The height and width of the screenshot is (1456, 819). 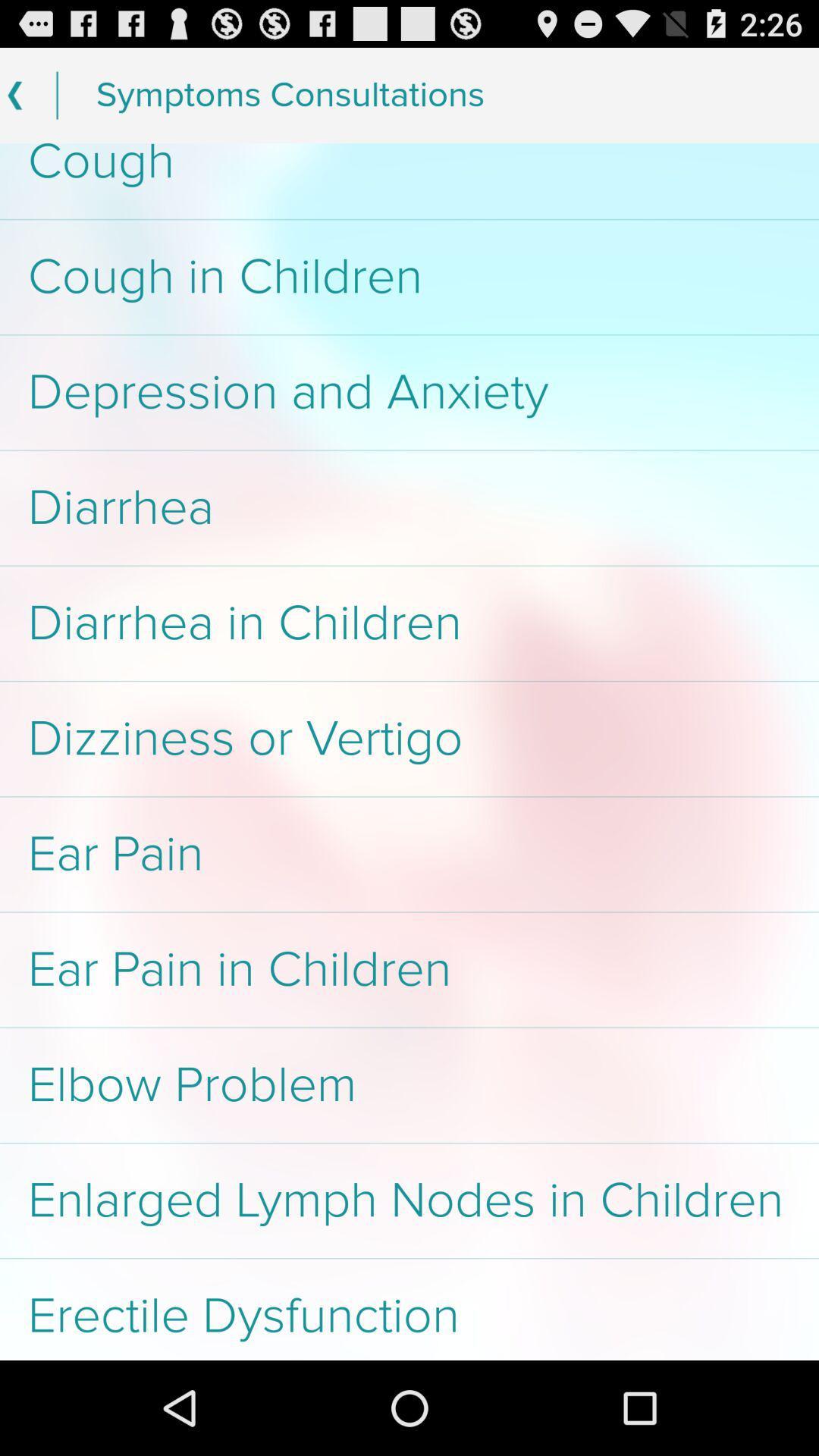 I want to click on item above erectile dysfunction icon, so click(x=409, y=1200).